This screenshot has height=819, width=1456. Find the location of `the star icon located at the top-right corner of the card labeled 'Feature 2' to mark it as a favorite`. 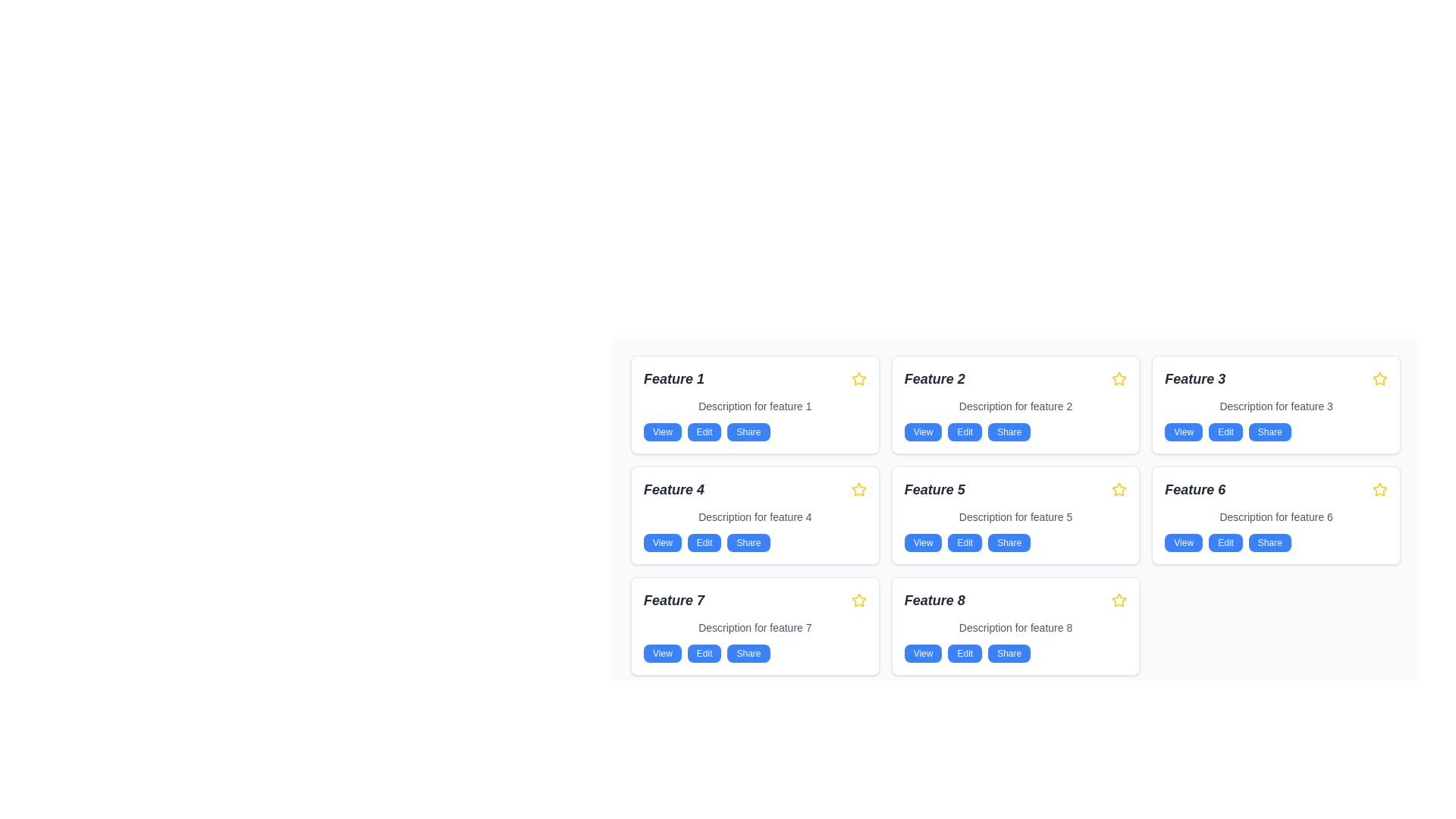

the star icon located at the top-right corner of the card labeled 'Feature 2' to mark it as a favorite is located at coordinates (1119, 378).